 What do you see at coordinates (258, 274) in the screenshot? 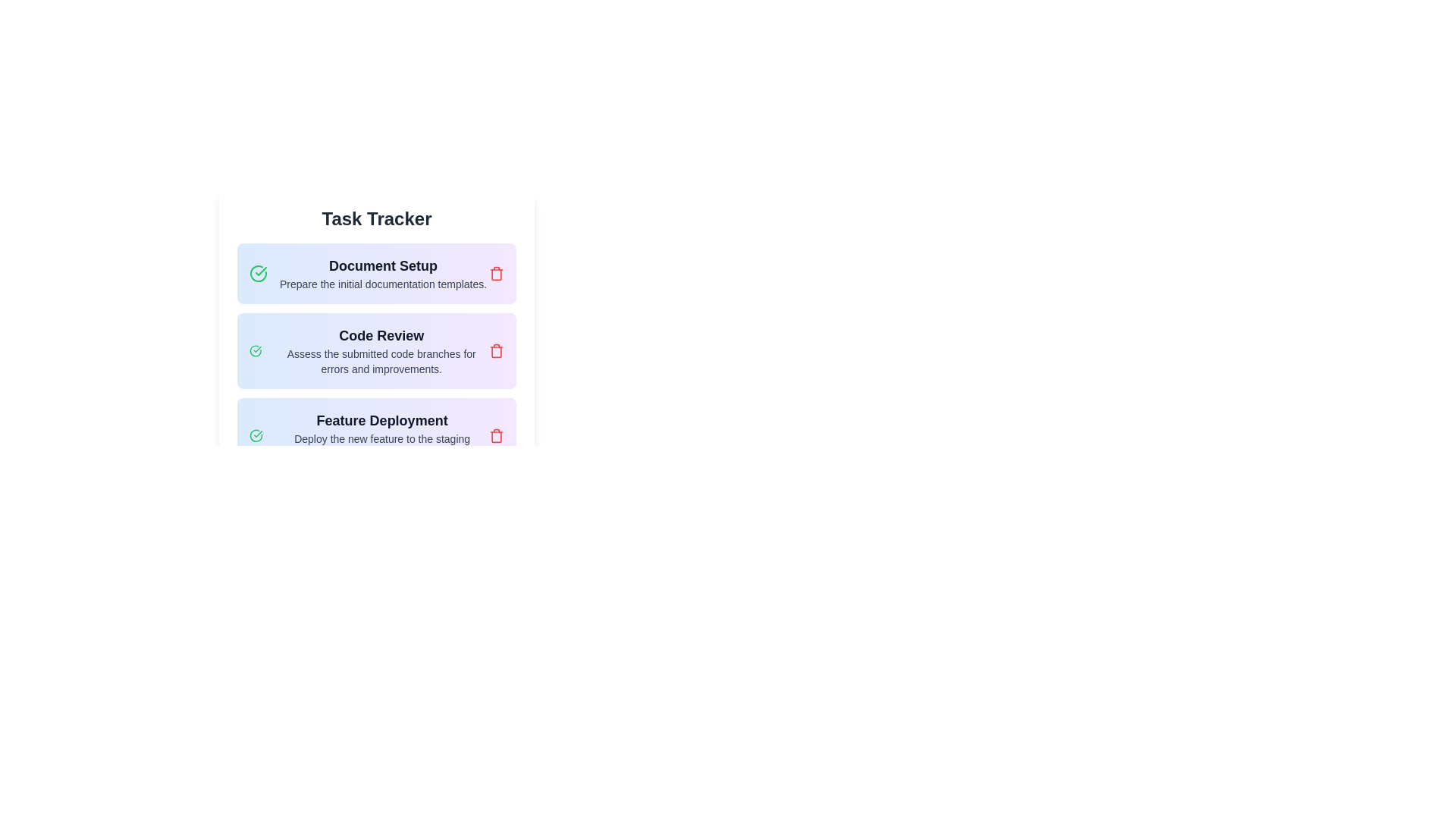
I see `the green check mark icon that is positioned to the left of the 'Document Setup' text in the task cell` at bounding box center [258, 274].